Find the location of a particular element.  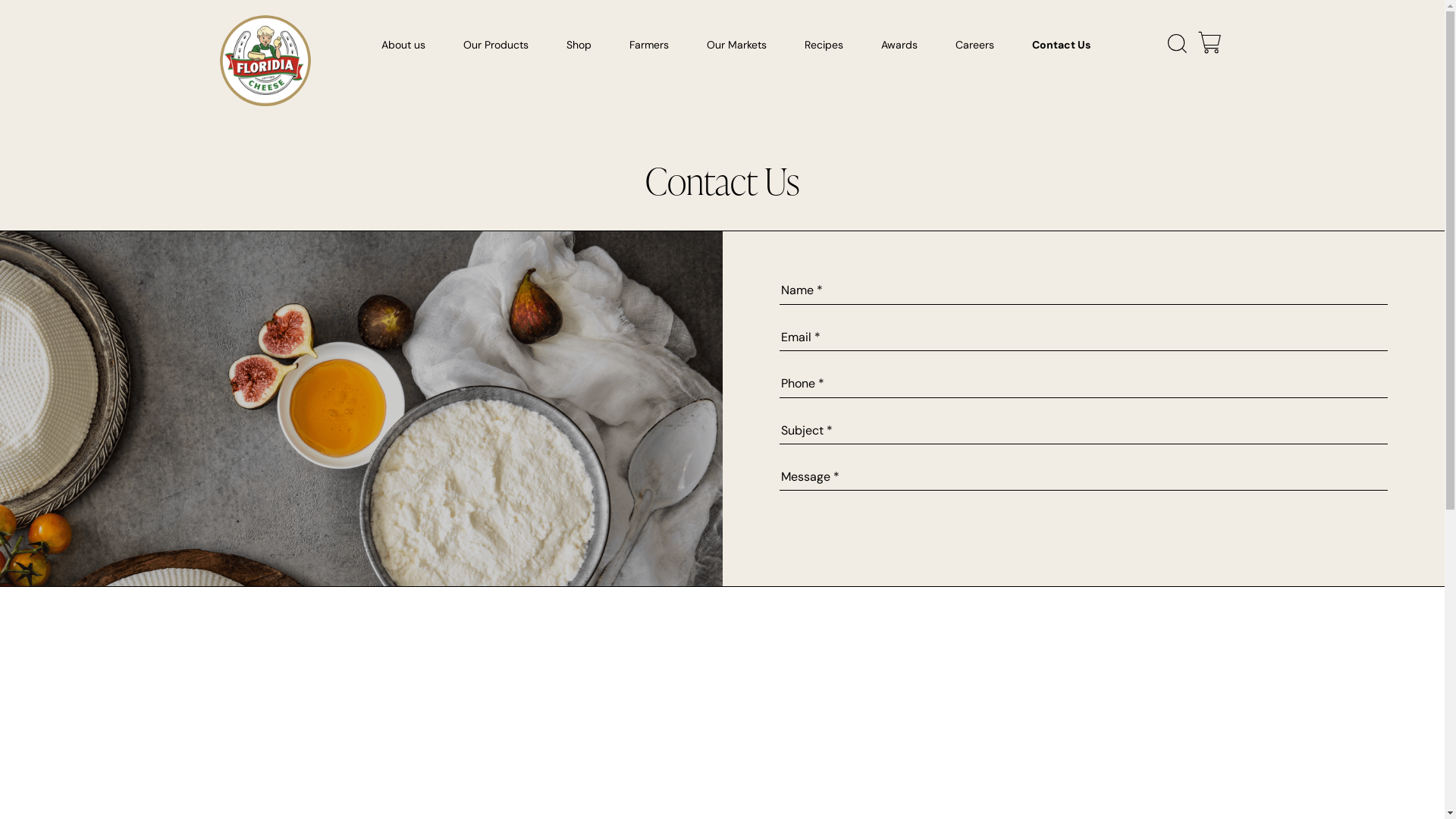

'About us' is located at coordinates (374, 49).